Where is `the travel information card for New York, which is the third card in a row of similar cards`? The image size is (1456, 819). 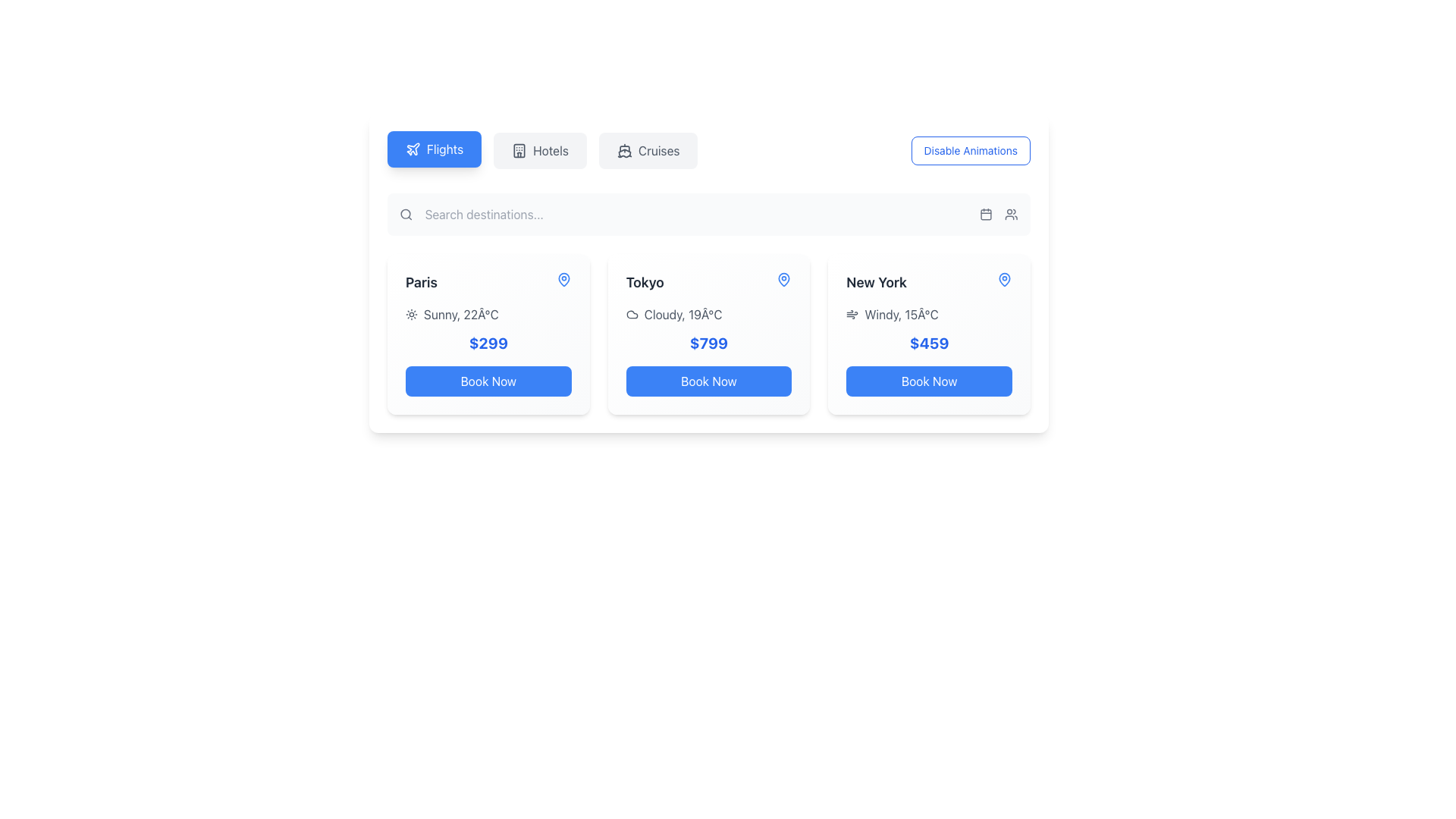
the travel information card for New York, which is the third card in a row of similar cards is located at coordinates (928, 333).